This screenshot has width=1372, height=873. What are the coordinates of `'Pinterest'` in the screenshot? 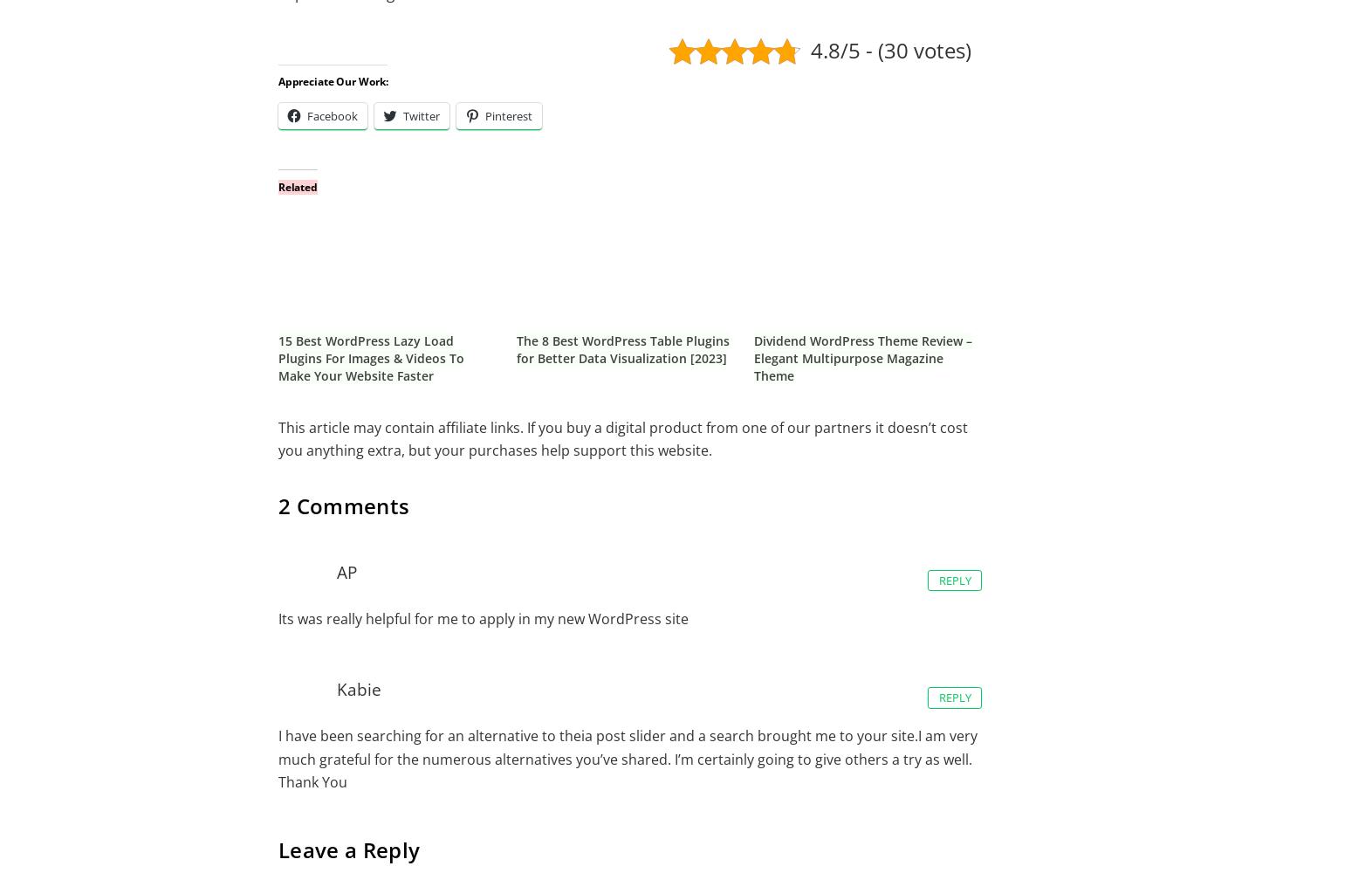 It's located at (484, 116).